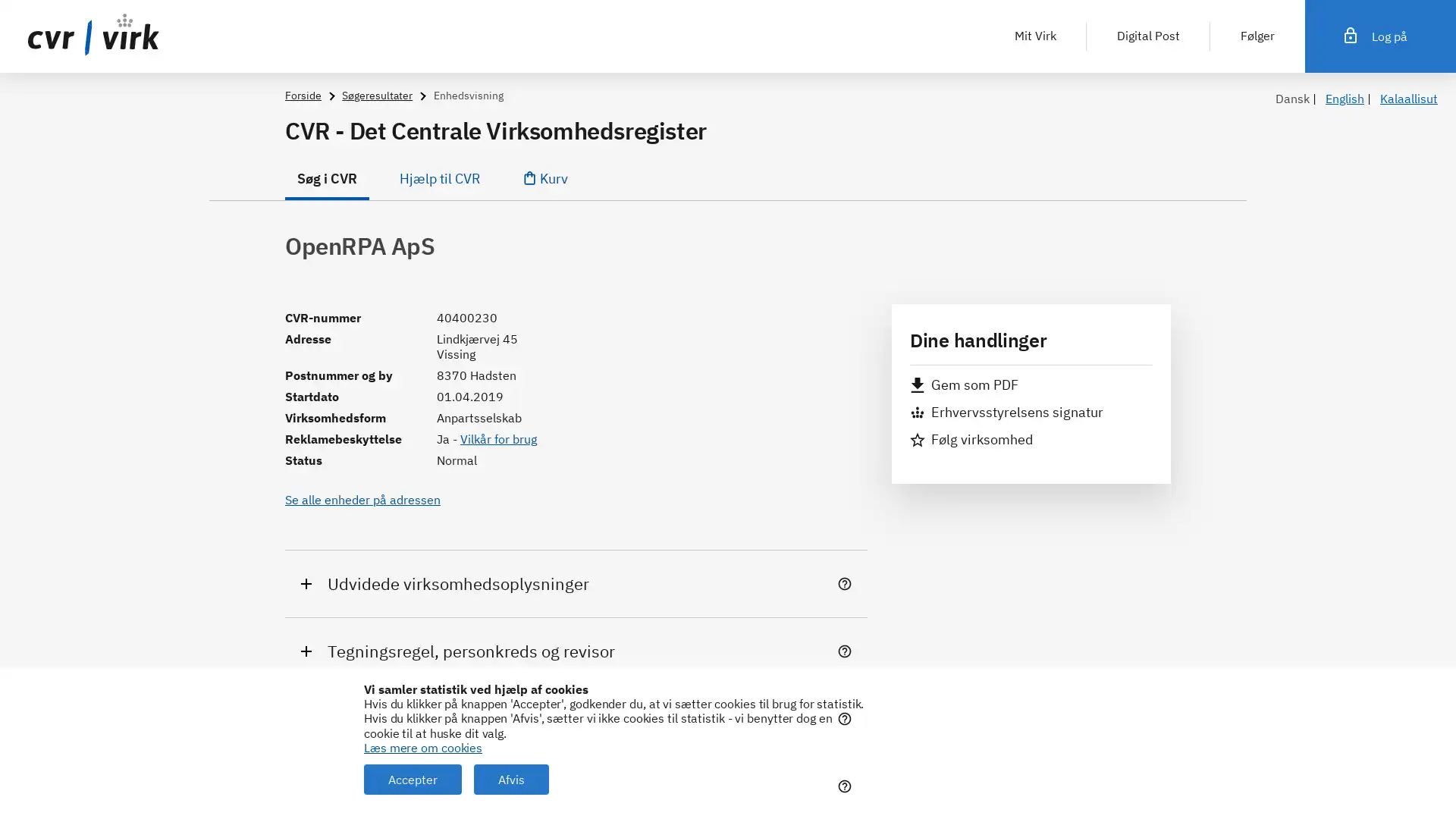 The height and width of the screenshot is (819, 1456). I want to click on Flg virksomhed, so click(971, 439).